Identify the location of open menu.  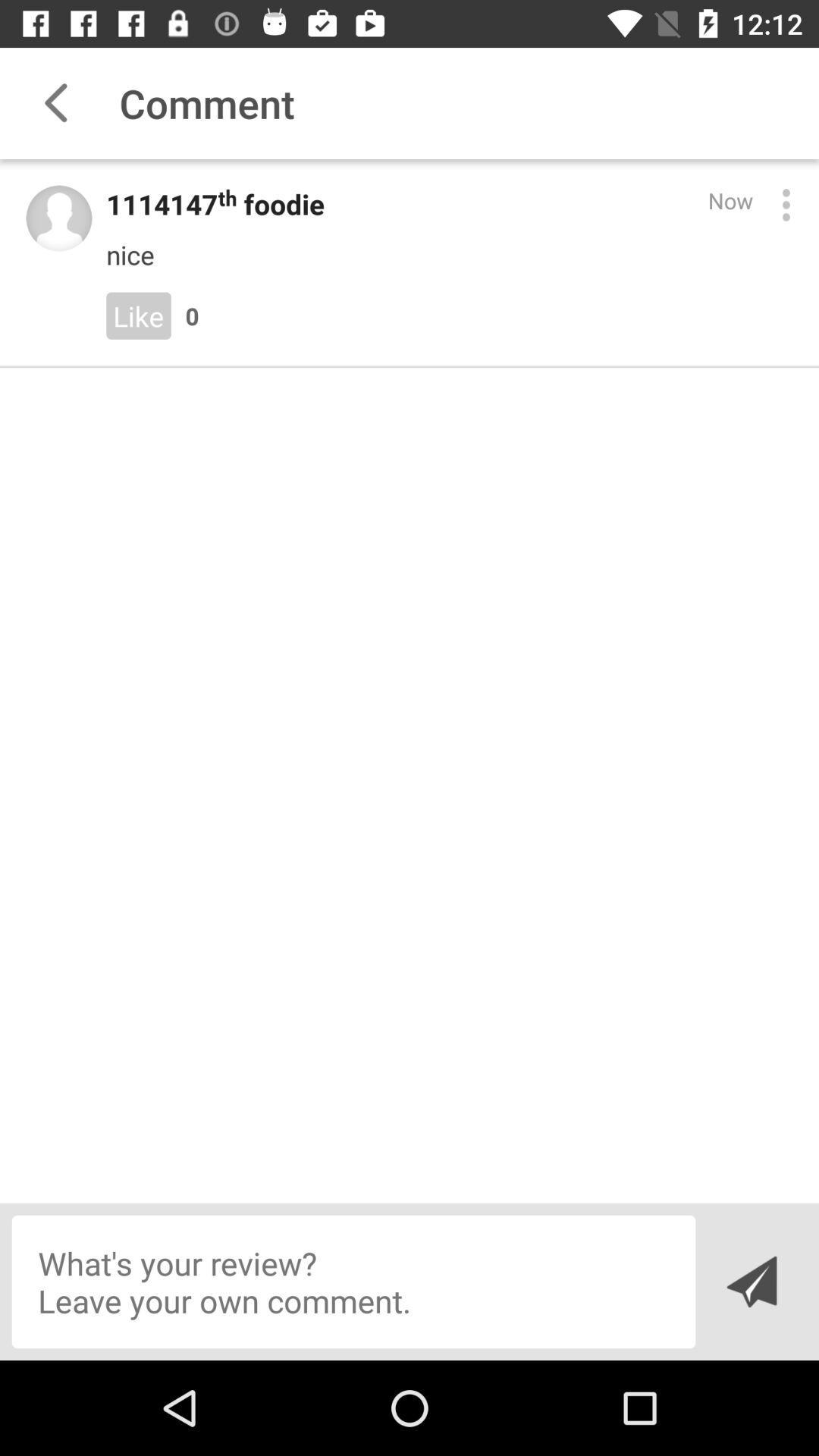
(785, 203).